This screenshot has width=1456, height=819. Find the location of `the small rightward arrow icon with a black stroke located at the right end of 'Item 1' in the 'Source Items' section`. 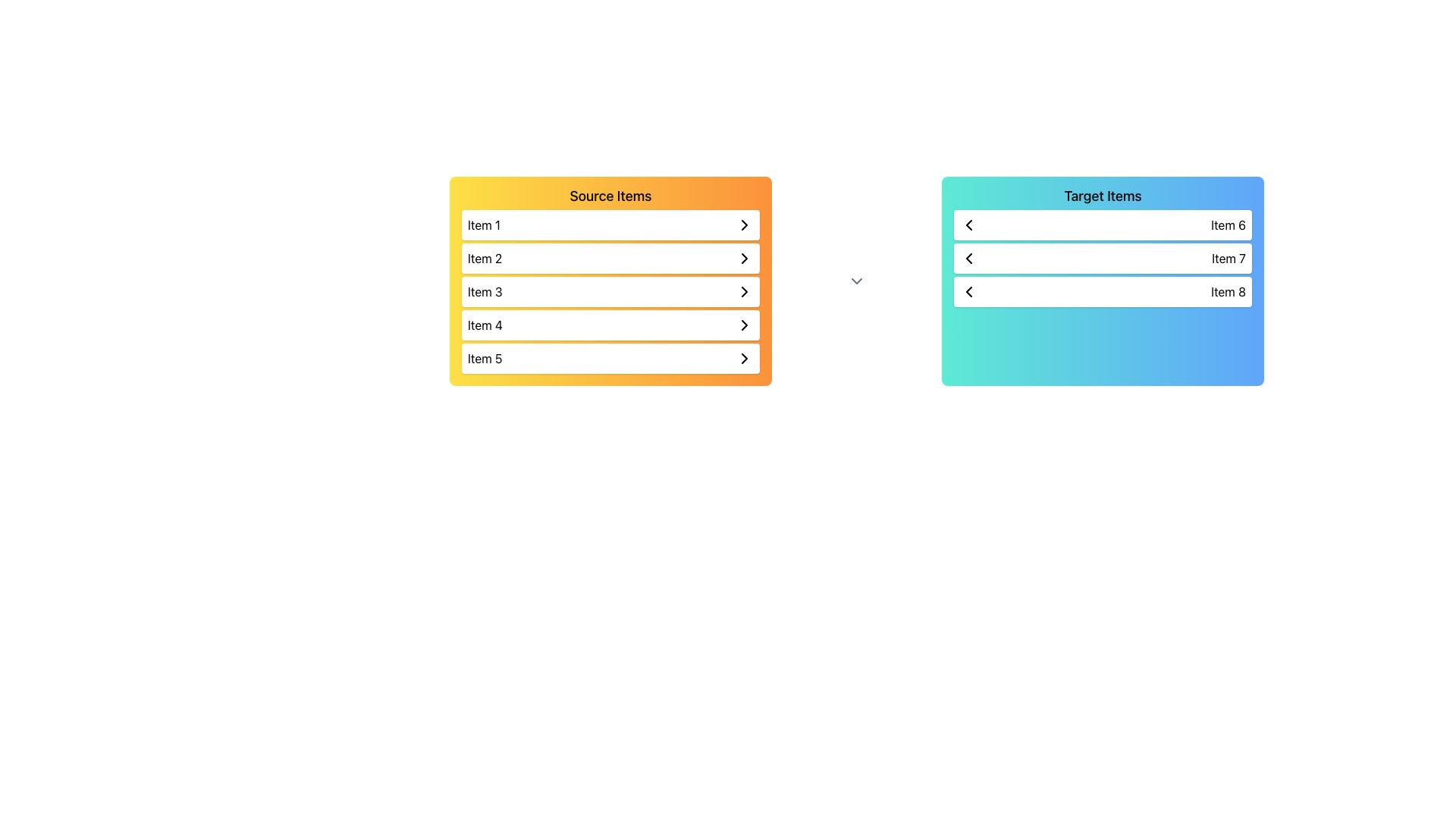

the small rightward arrow icon with a black stroke located at the right end of 'Item 1' in the 'Source Items' section is located at coordinates (744, 225).